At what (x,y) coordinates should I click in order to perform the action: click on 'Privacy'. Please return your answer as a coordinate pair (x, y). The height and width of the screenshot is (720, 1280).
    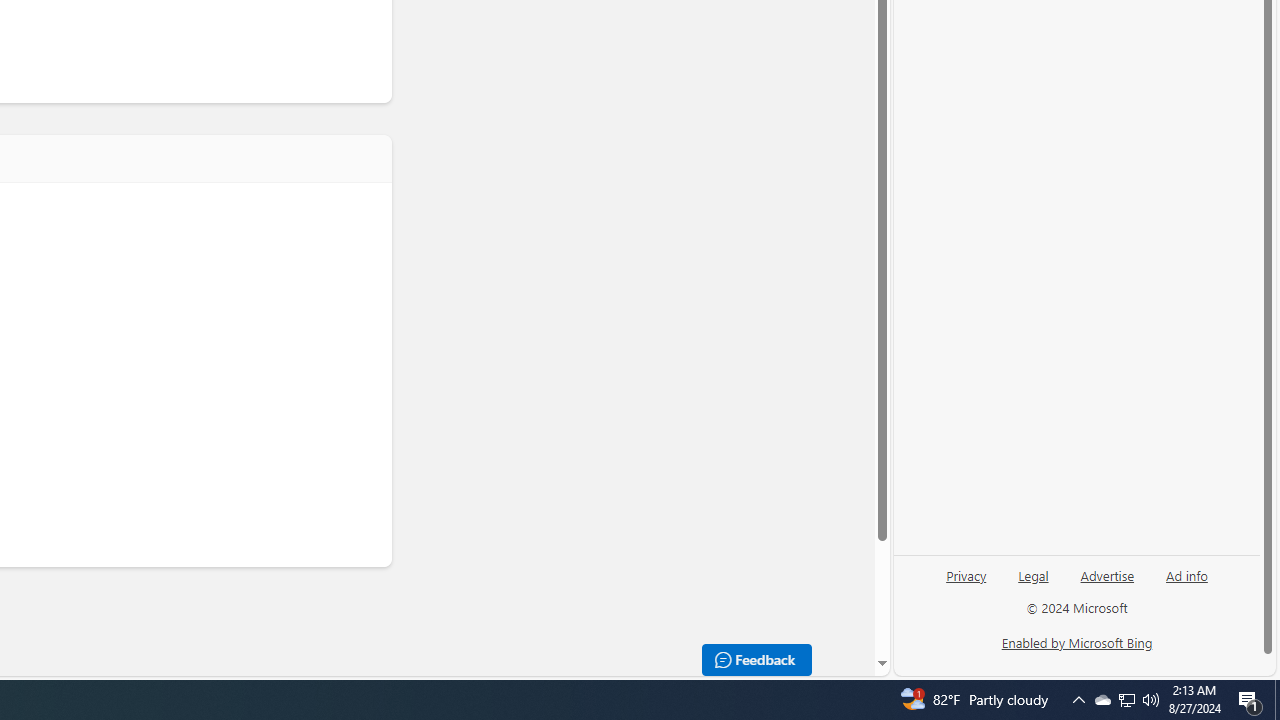
    Looking at the image, I should click on (967, 583).